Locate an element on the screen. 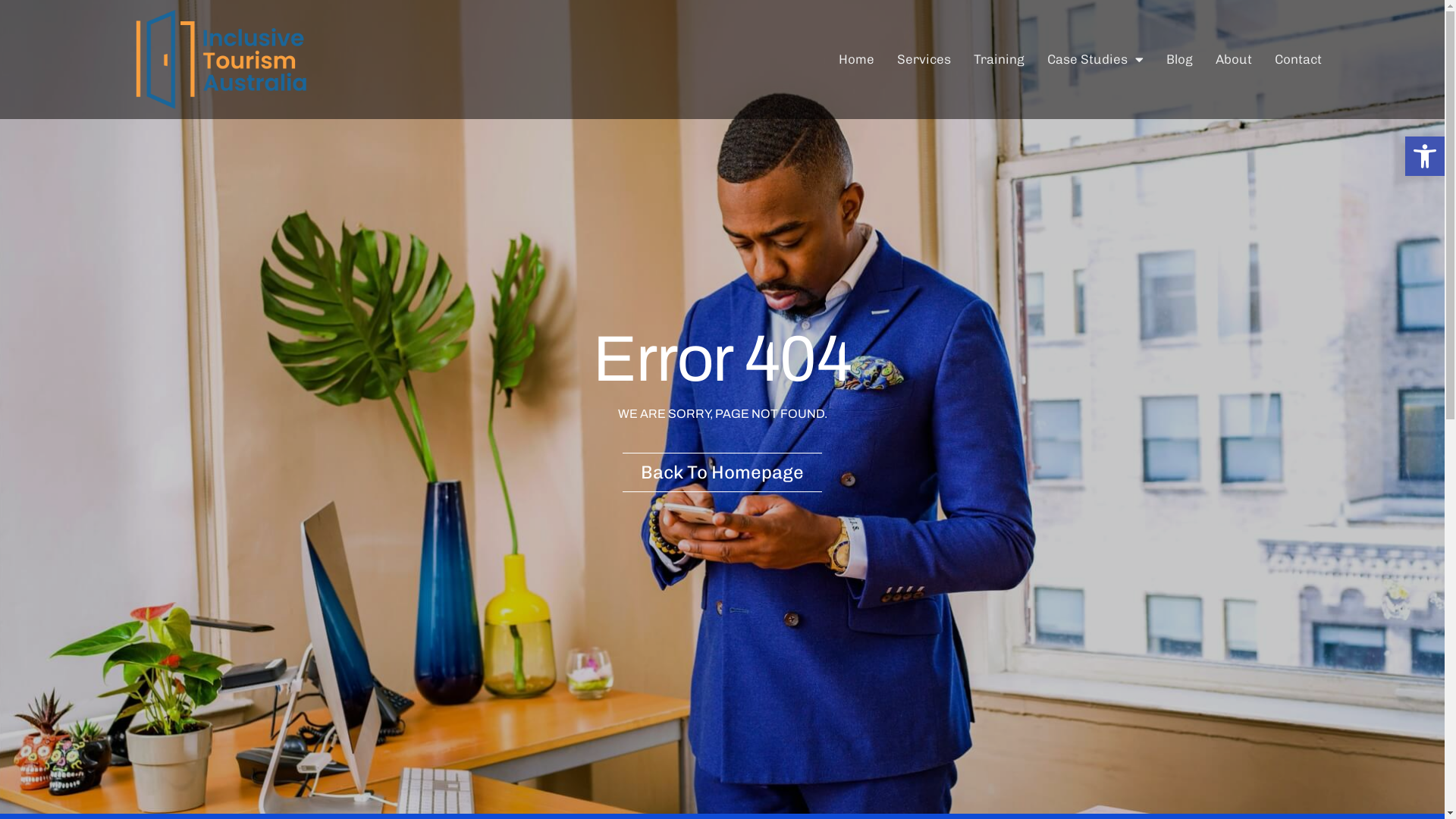 Image resolution: width=1456 pixels, height=819 pixels. 'Back To Homepage' is located at coordinates (721, 472).